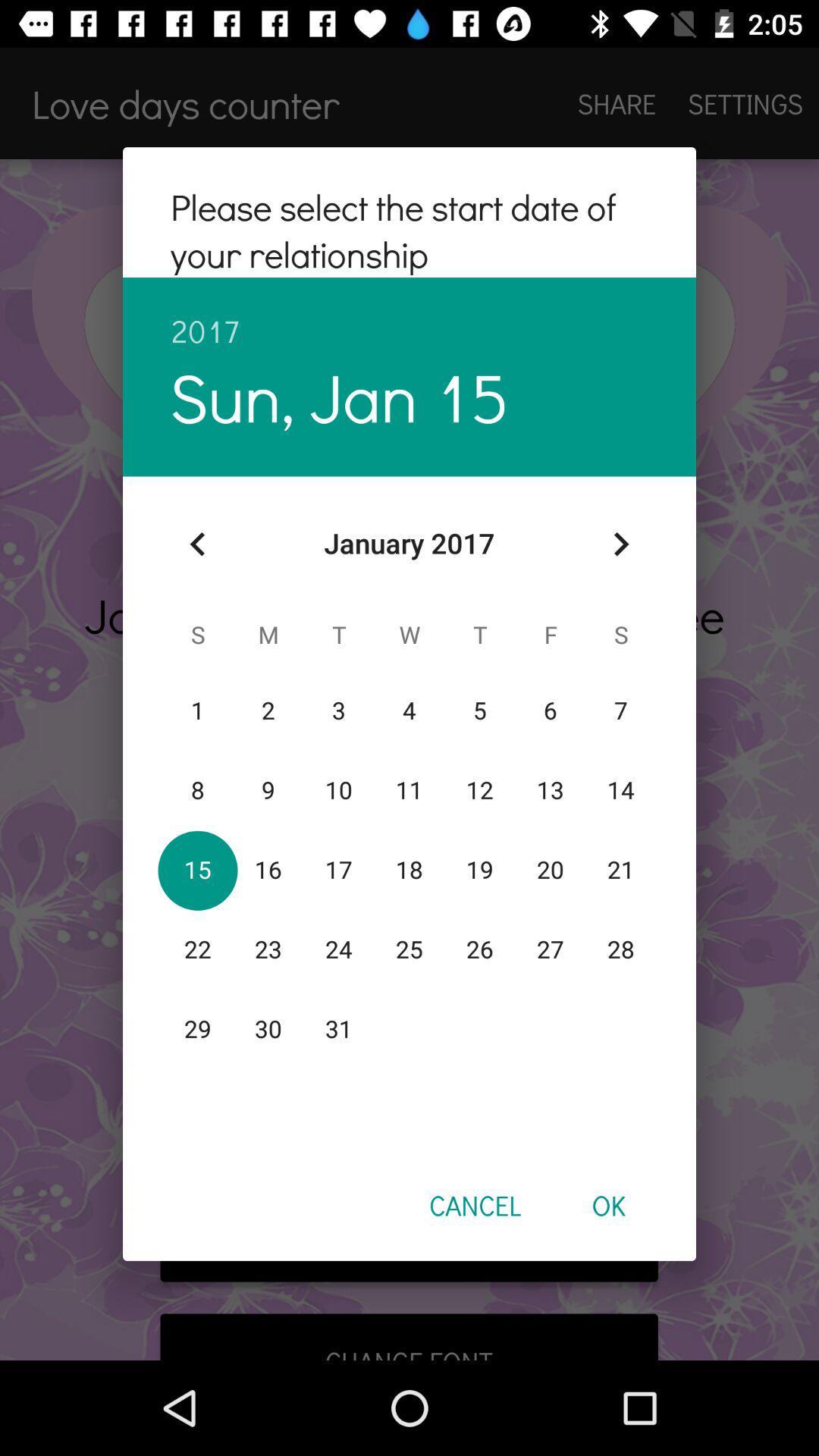 The width and height of the screenshot is (819, 1456). I want to click on item below the sun, jan 15, so click(197, 544).